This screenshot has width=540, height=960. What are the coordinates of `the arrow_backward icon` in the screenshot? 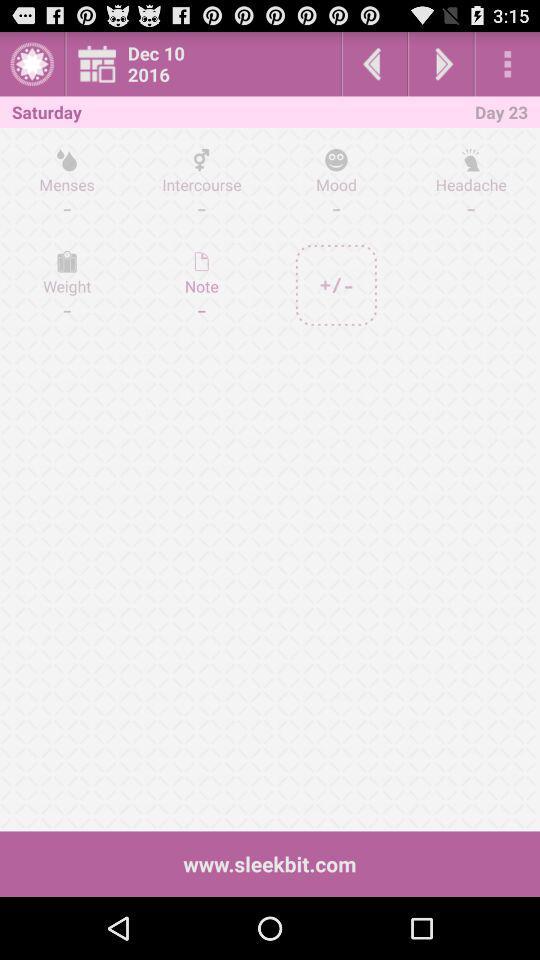 It's located at (374, 68).